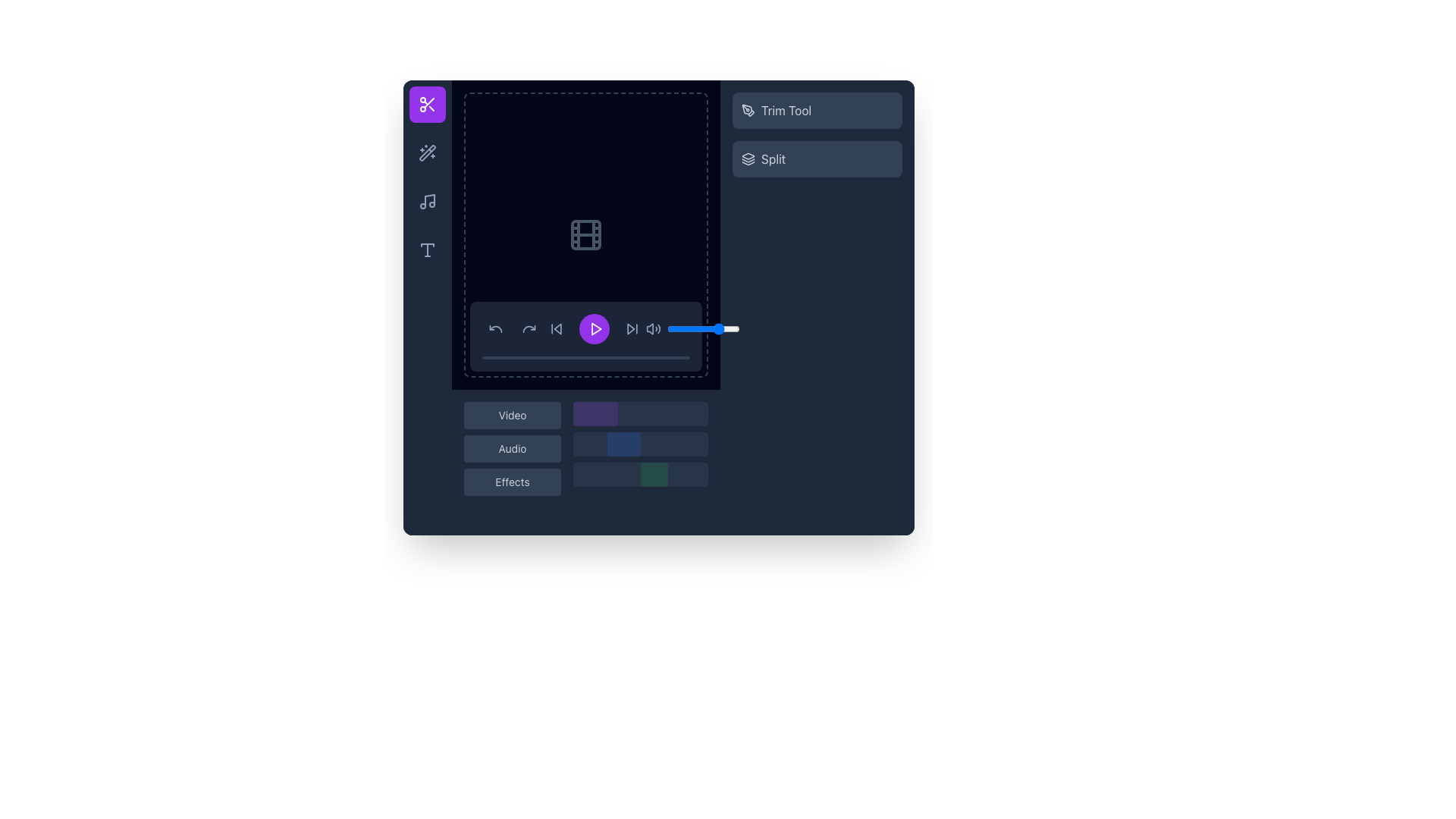 This screenshot has height=819, width=1456. What do you see at coordinates (726, 328) in the screenshot?
I see `the slider value` at bounding box center [726, 328].